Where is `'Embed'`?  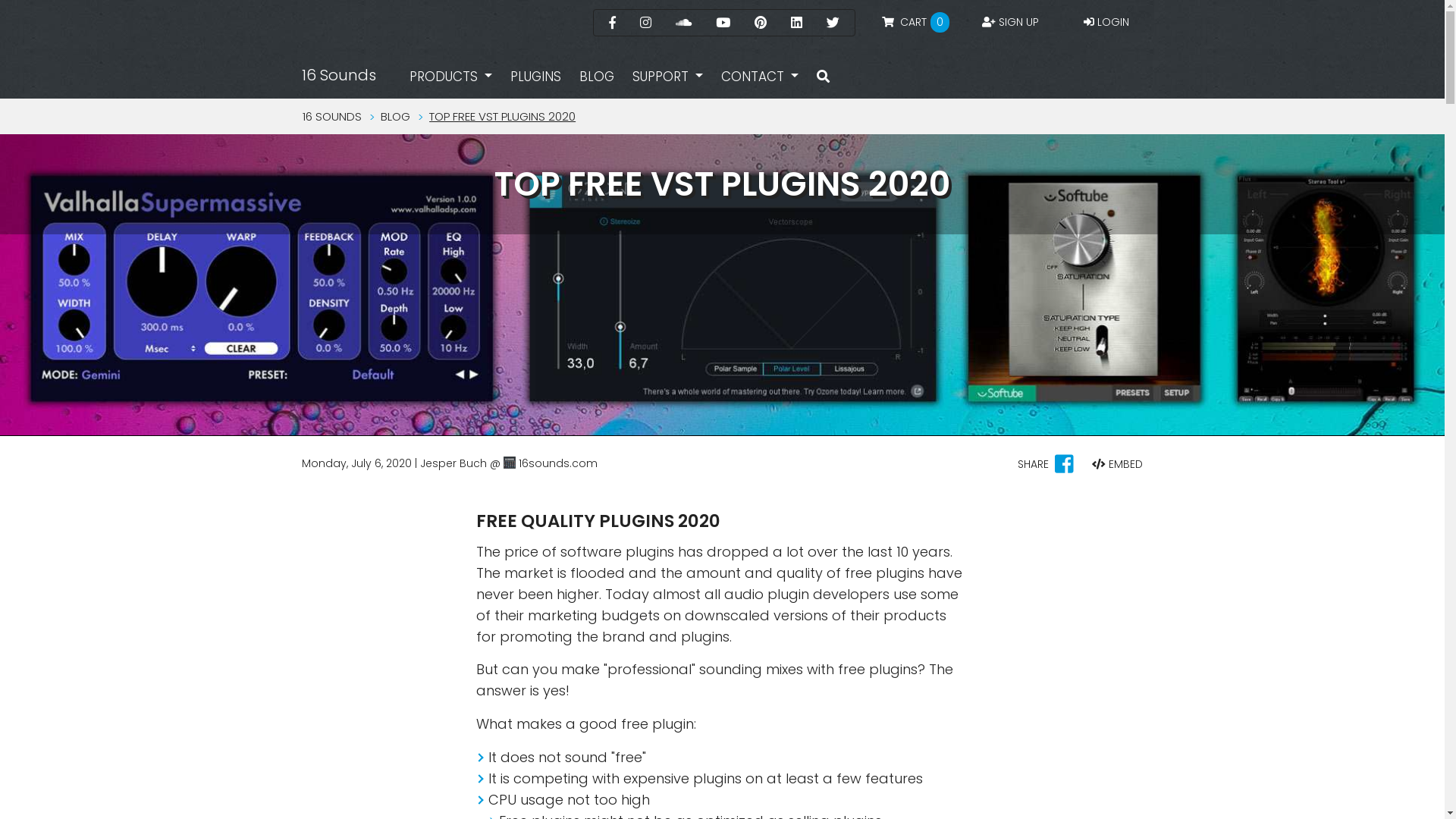
'Embed' is located at coordinates (1099, 463).